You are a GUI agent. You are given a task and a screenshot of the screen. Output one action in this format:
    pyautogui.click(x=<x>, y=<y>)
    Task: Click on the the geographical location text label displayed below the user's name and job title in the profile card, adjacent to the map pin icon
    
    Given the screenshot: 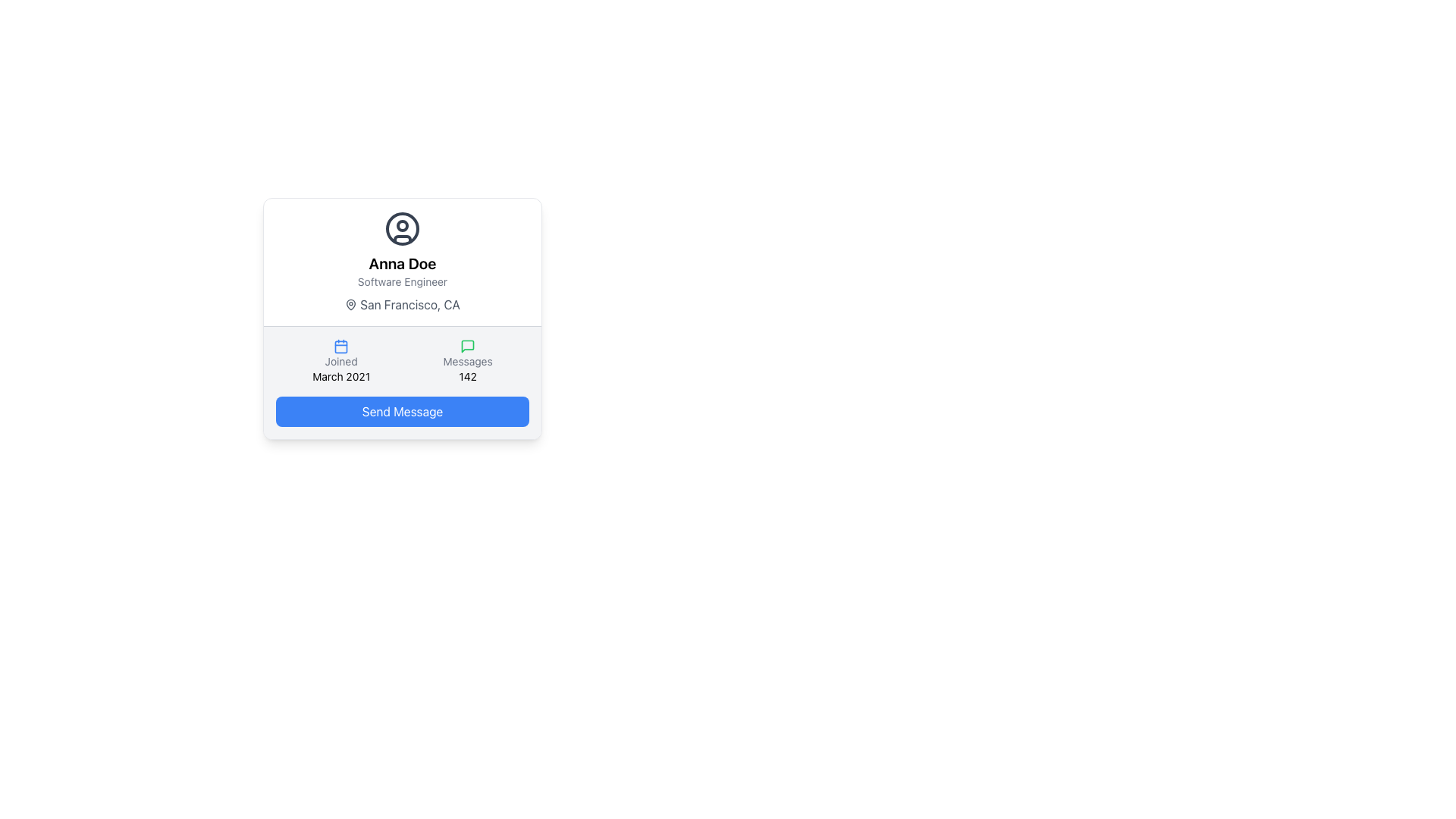 What is the action you would take?
    pyautogui.click(x=410, y=304)
    